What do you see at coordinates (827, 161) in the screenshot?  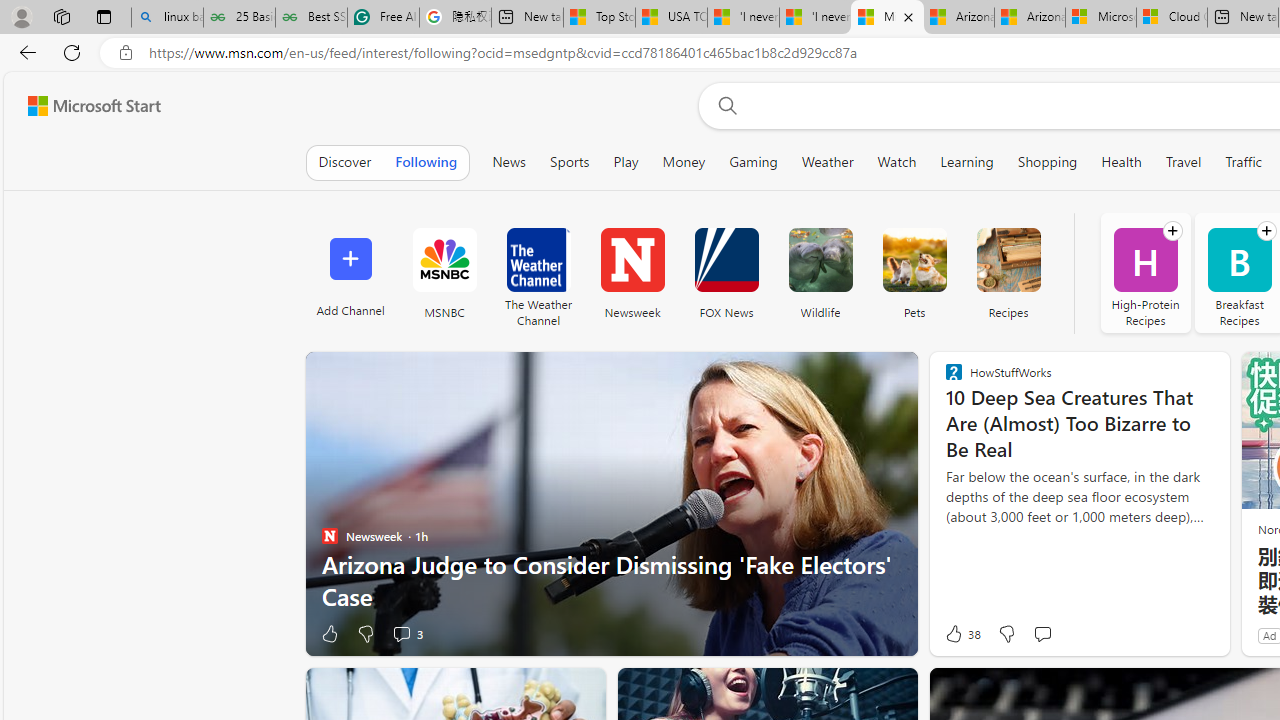 I see `'Weather'` at bounding box center [827, 161].